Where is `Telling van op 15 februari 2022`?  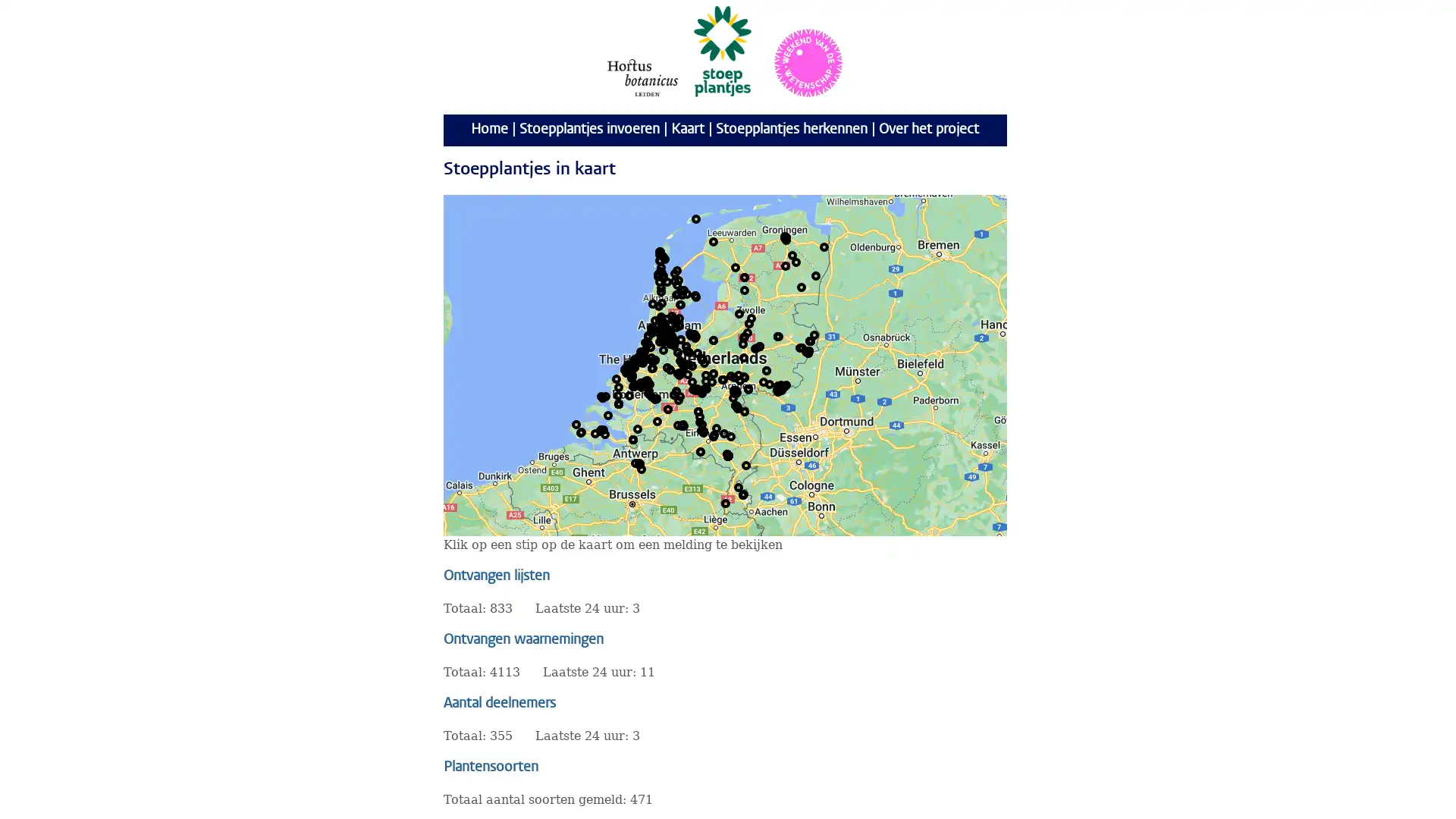 Telling van op 15 februari 2022 is located at coordinates (669, 343).